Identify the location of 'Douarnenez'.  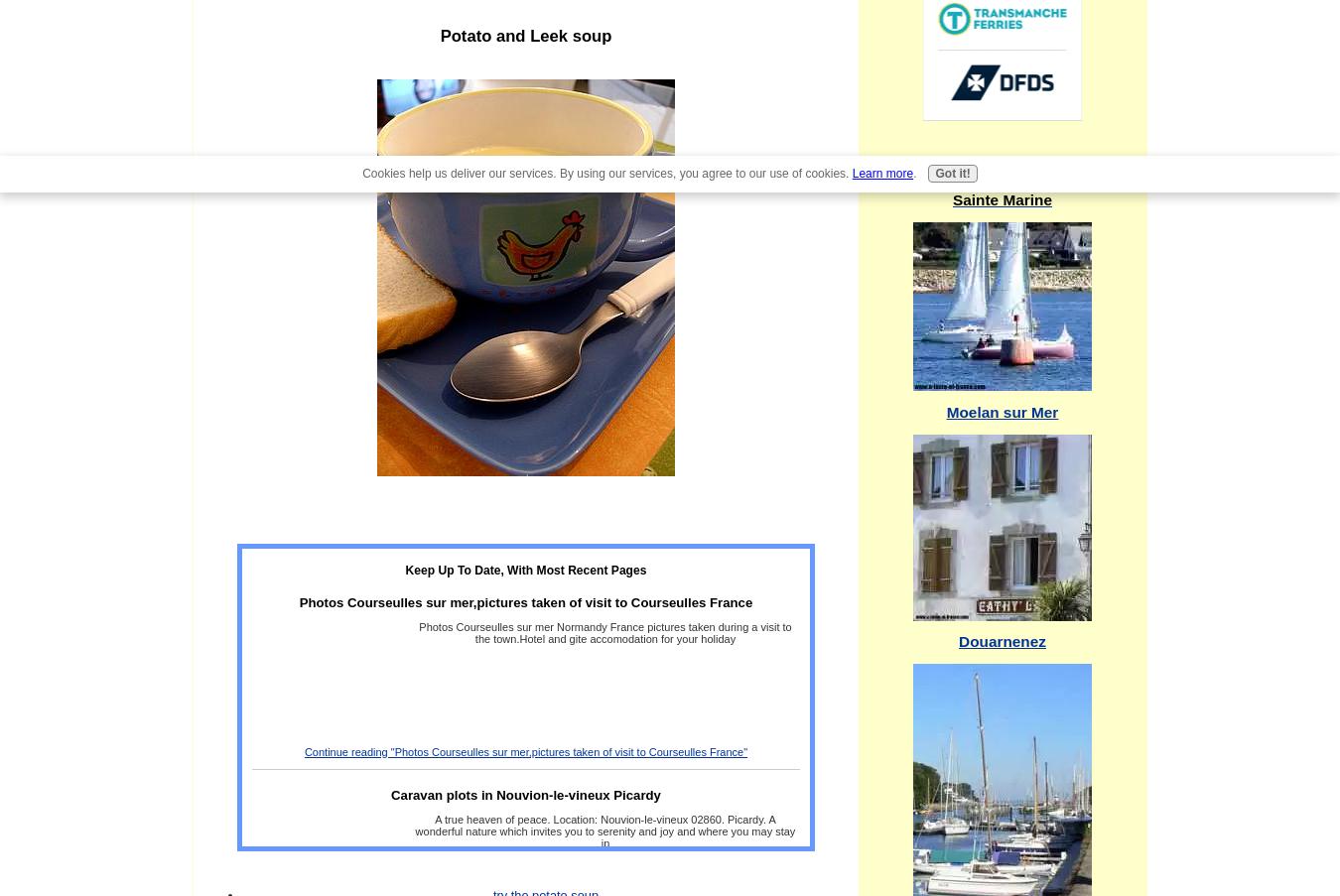
(1001, 640).